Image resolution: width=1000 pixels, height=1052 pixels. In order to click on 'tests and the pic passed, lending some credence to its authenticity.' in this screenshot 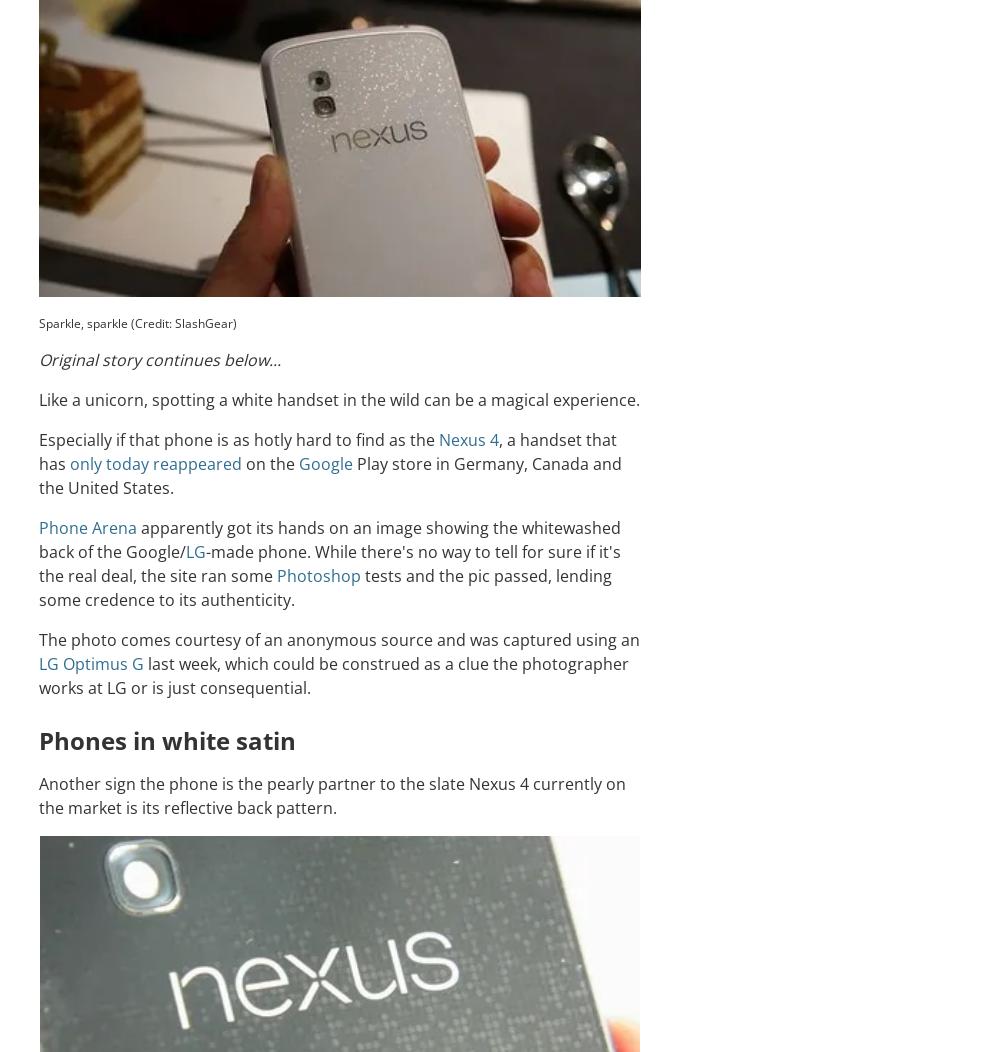, I will do `click(324, 586)`.